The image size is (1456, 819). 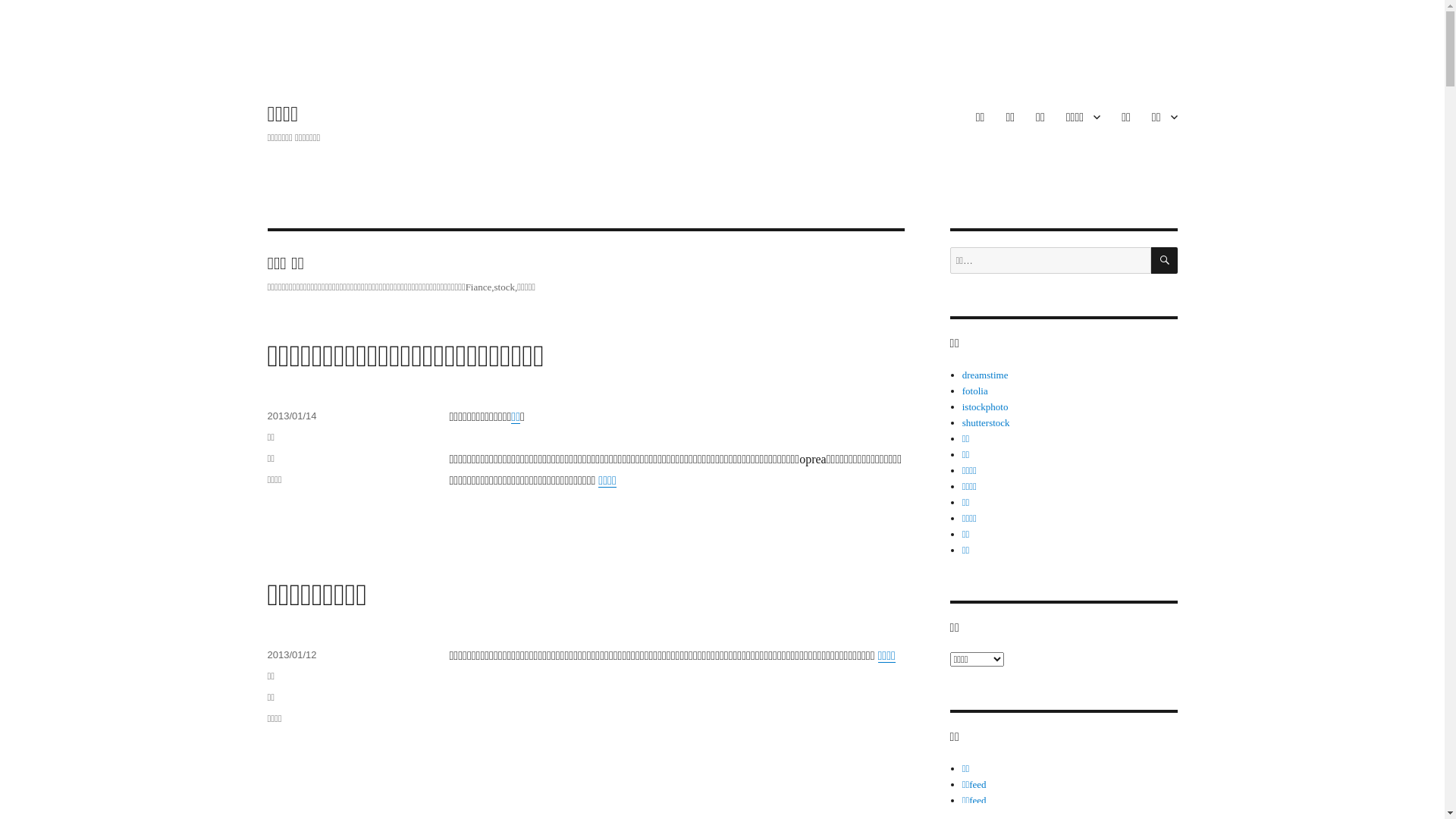 I want to click on 'fotolia', so click(x=975, y=390).